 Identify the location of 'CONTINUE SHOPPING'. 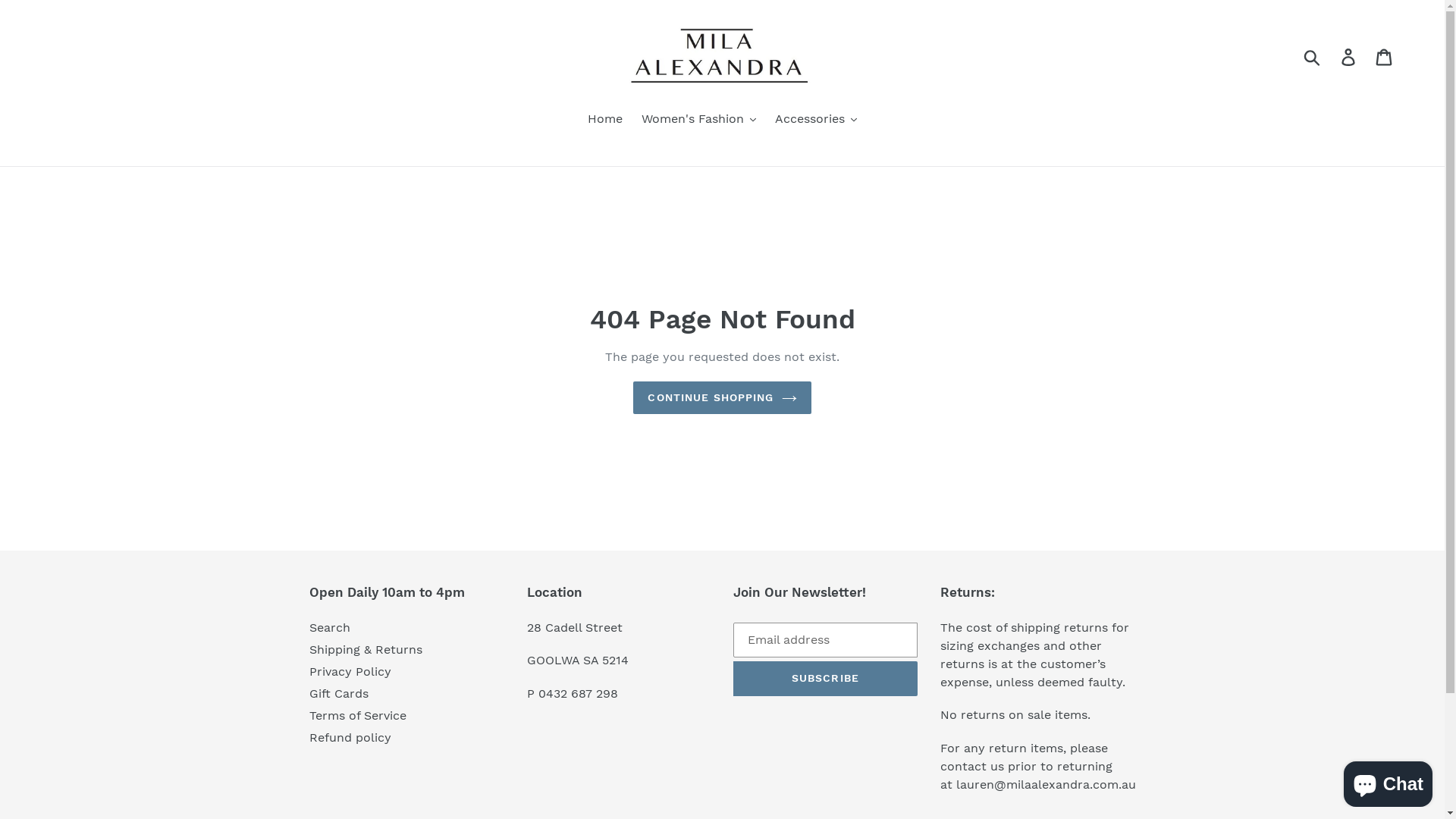
(720, 397).